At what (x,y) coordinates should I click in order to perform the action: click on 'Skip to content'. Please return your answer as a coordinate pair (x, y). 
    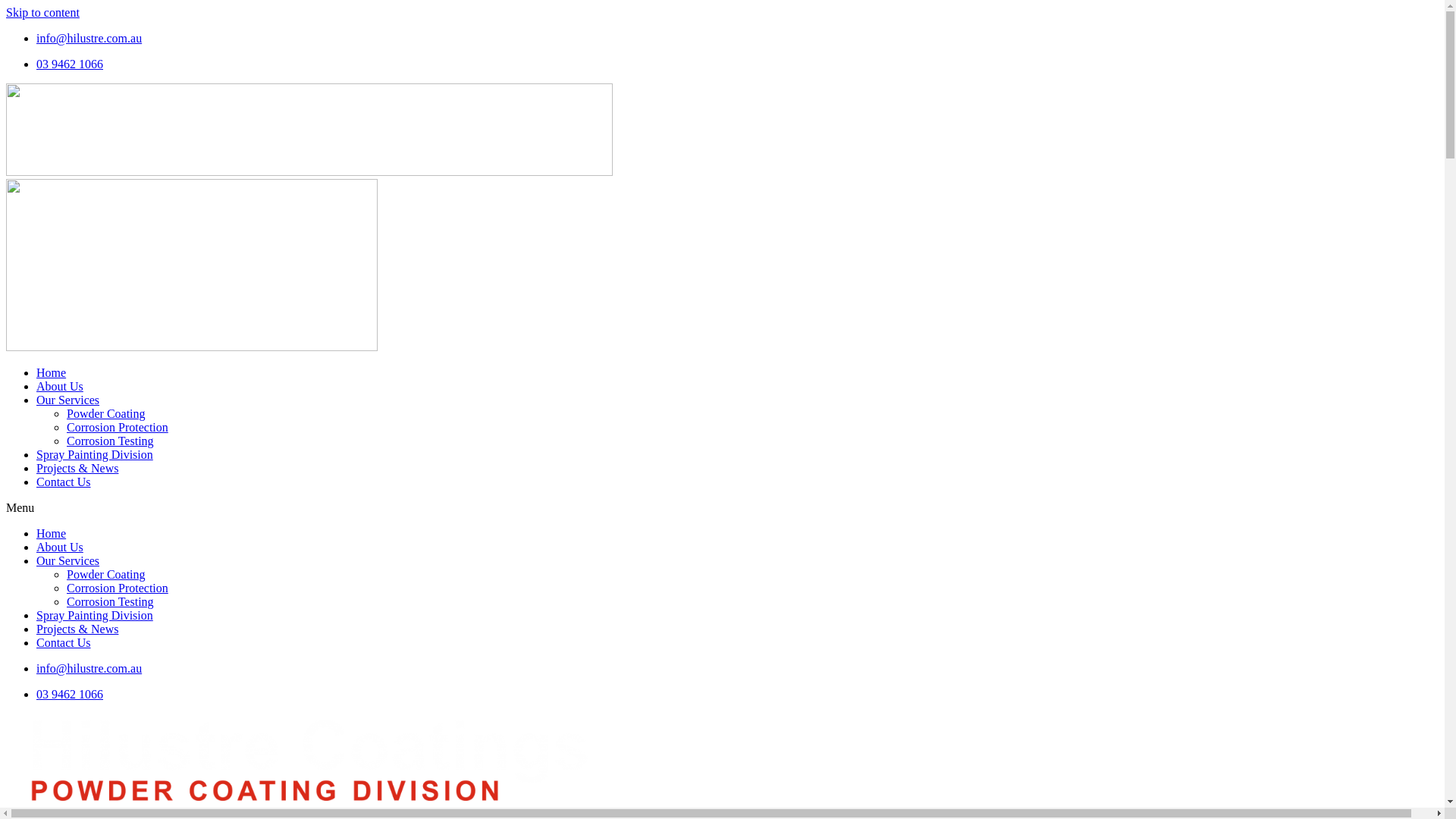
    Looking at the image, I should click on (42, 12).